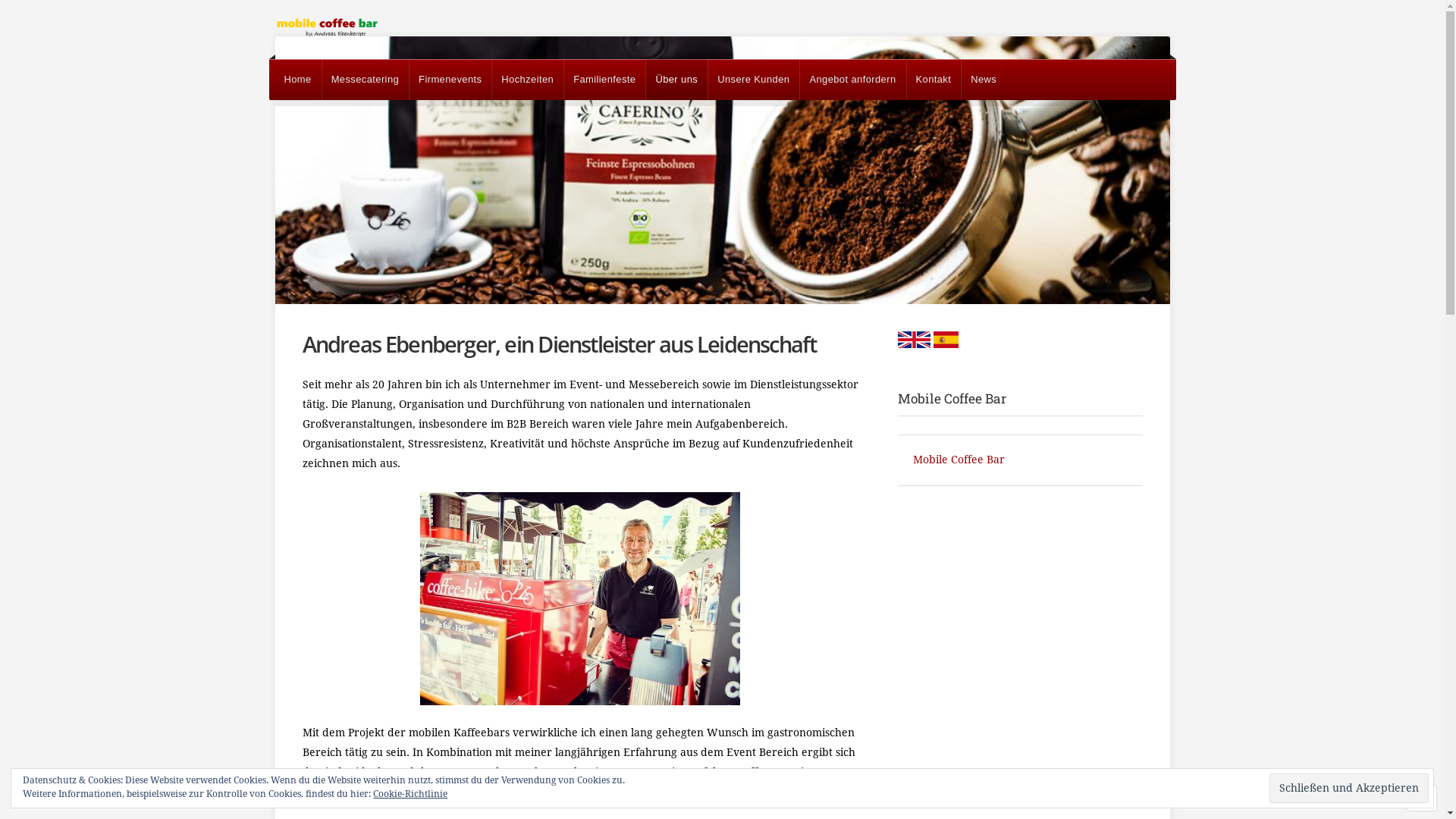 Image resolution: width=1456 pixels, height=819 pixels. What do you see at coordinates (603, 79) in the screenshot?
I see `'Familienfeste'` at bounding box center [603, 79].